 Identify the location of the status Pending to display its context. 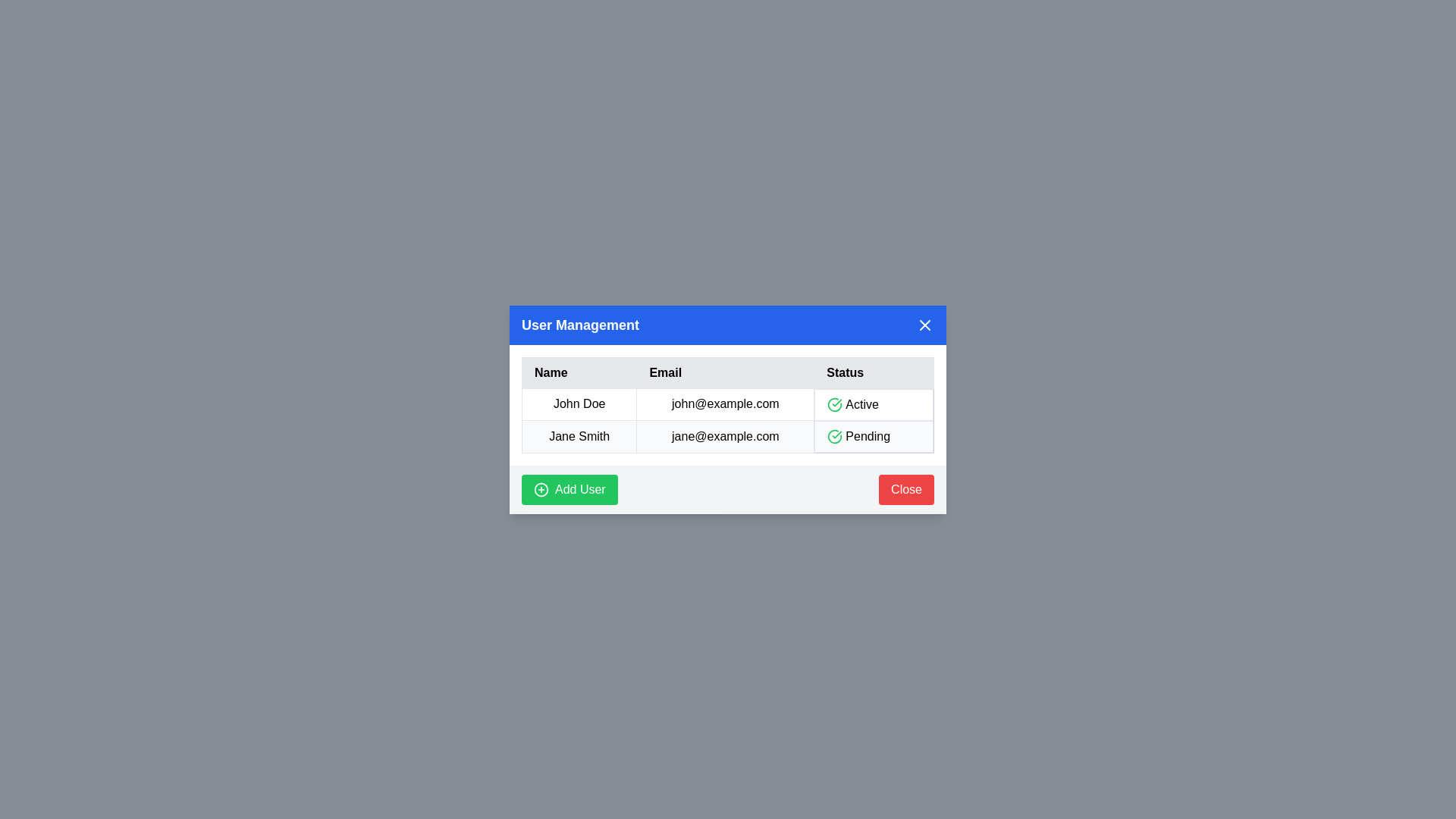
(874, 436).